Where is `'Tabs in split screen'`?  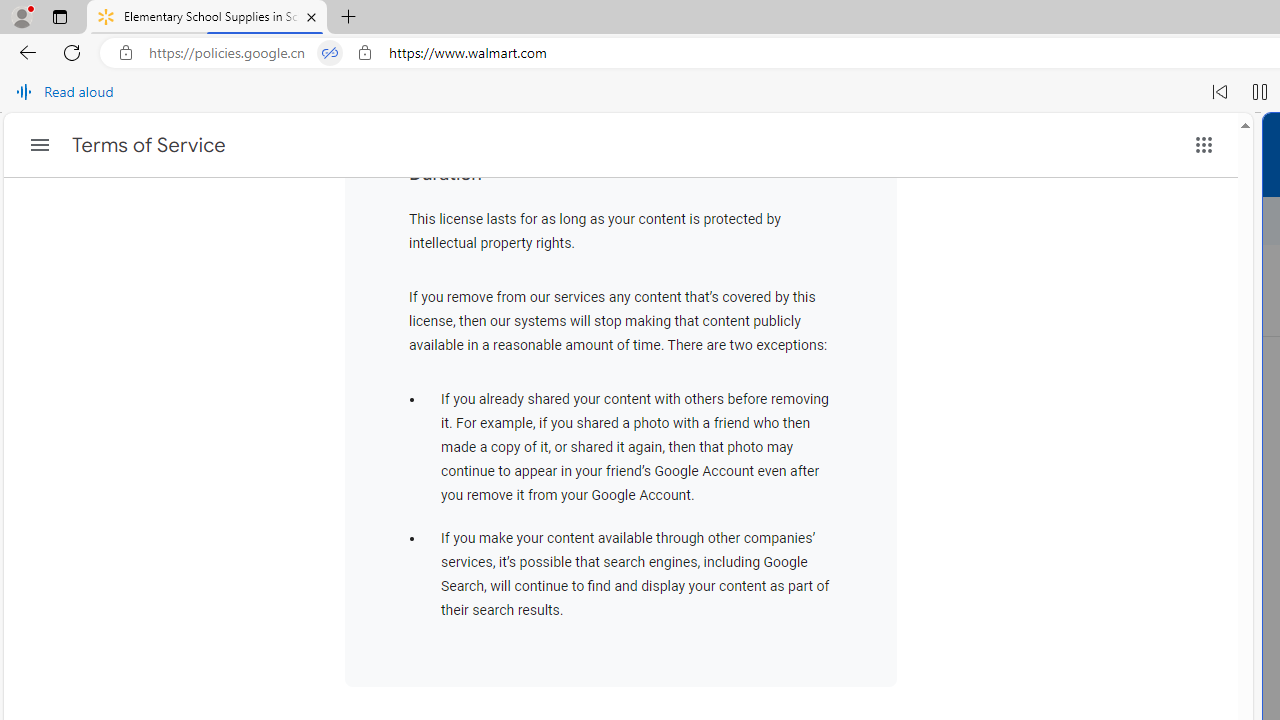
'Tabs in split screen' is located at coordinates (330, 52).